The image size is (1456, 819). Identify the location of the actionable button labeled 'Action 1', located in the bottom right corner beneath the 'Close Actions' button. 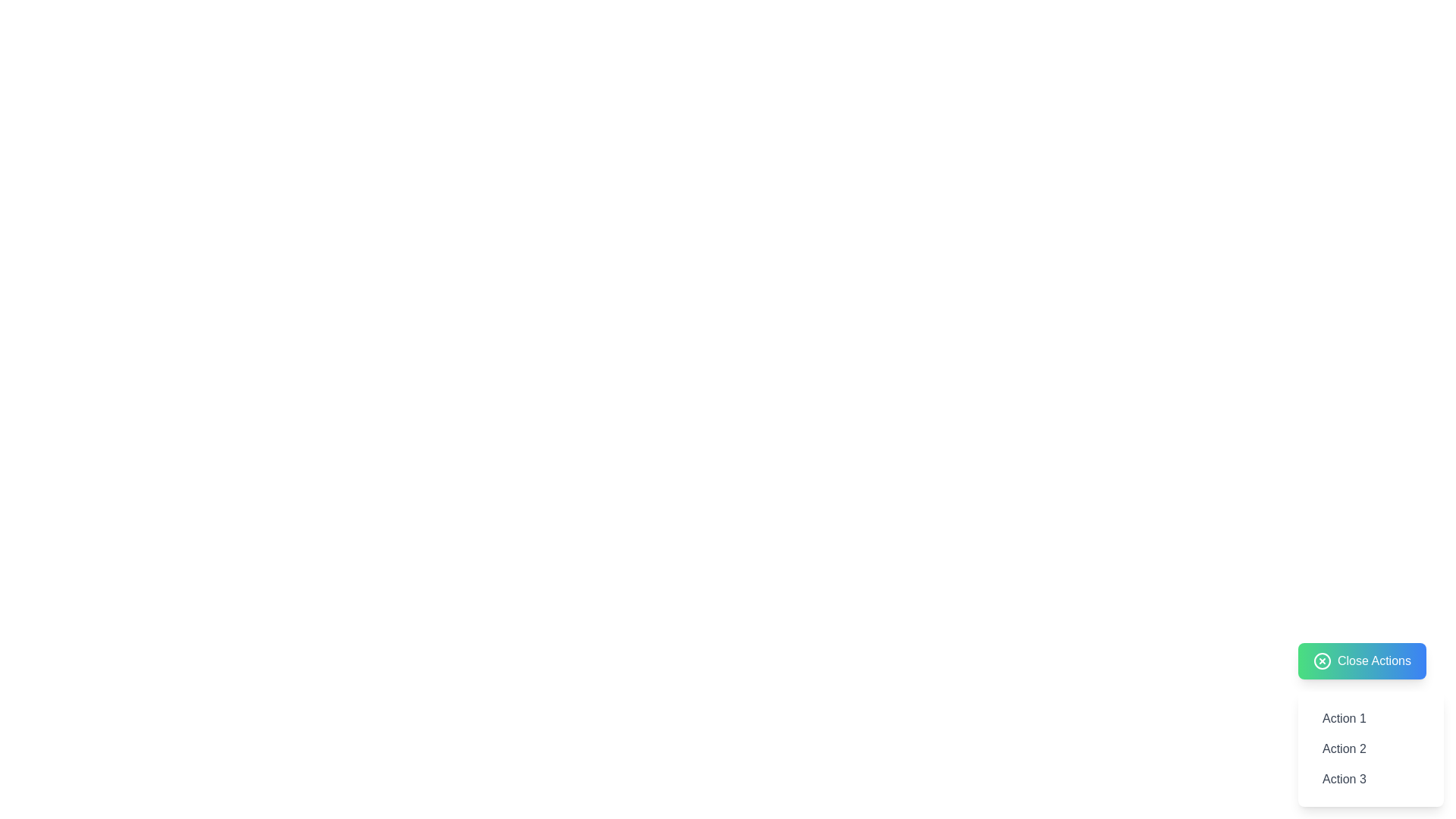
(1371, 724).